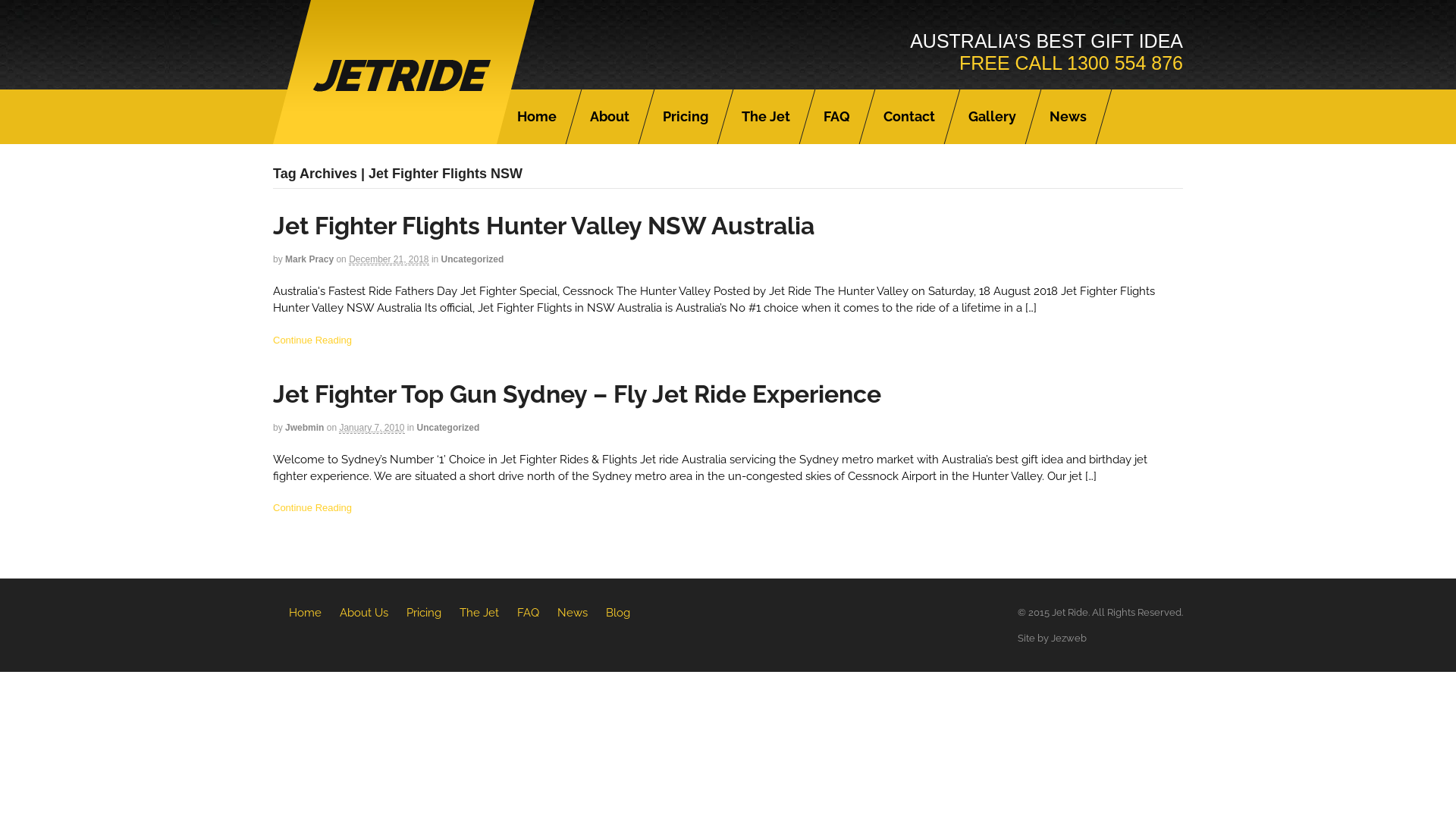 The height and width of the screenshot is (819, 1456). What do you see at coordinates (304, 611) in the screenshot?
I see `'Home'` at bounding box center [304, 611].